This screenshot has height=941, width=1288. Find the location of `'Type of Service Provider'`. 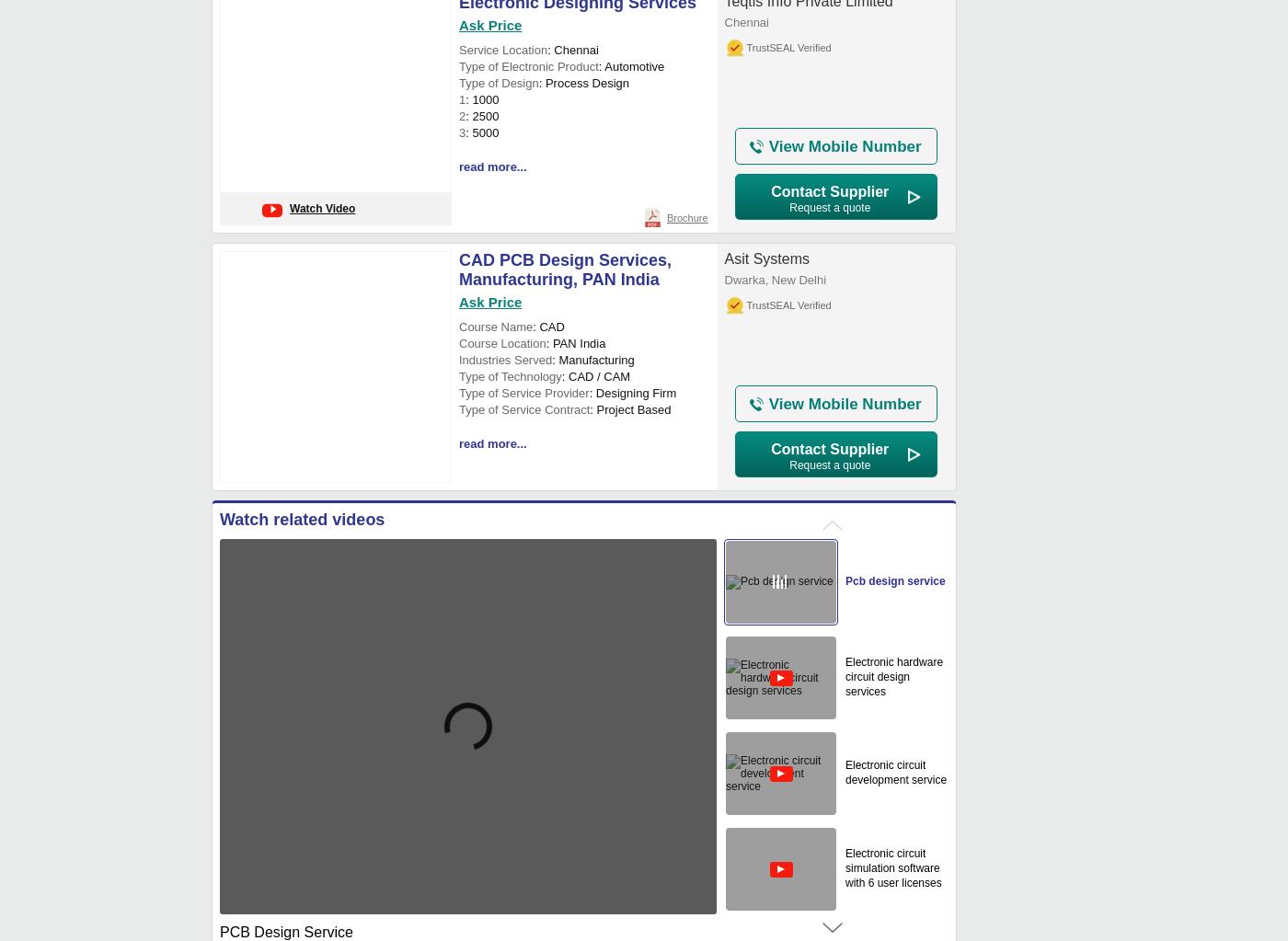

'Type of Service Provider' is located at coordinates (523, 393).